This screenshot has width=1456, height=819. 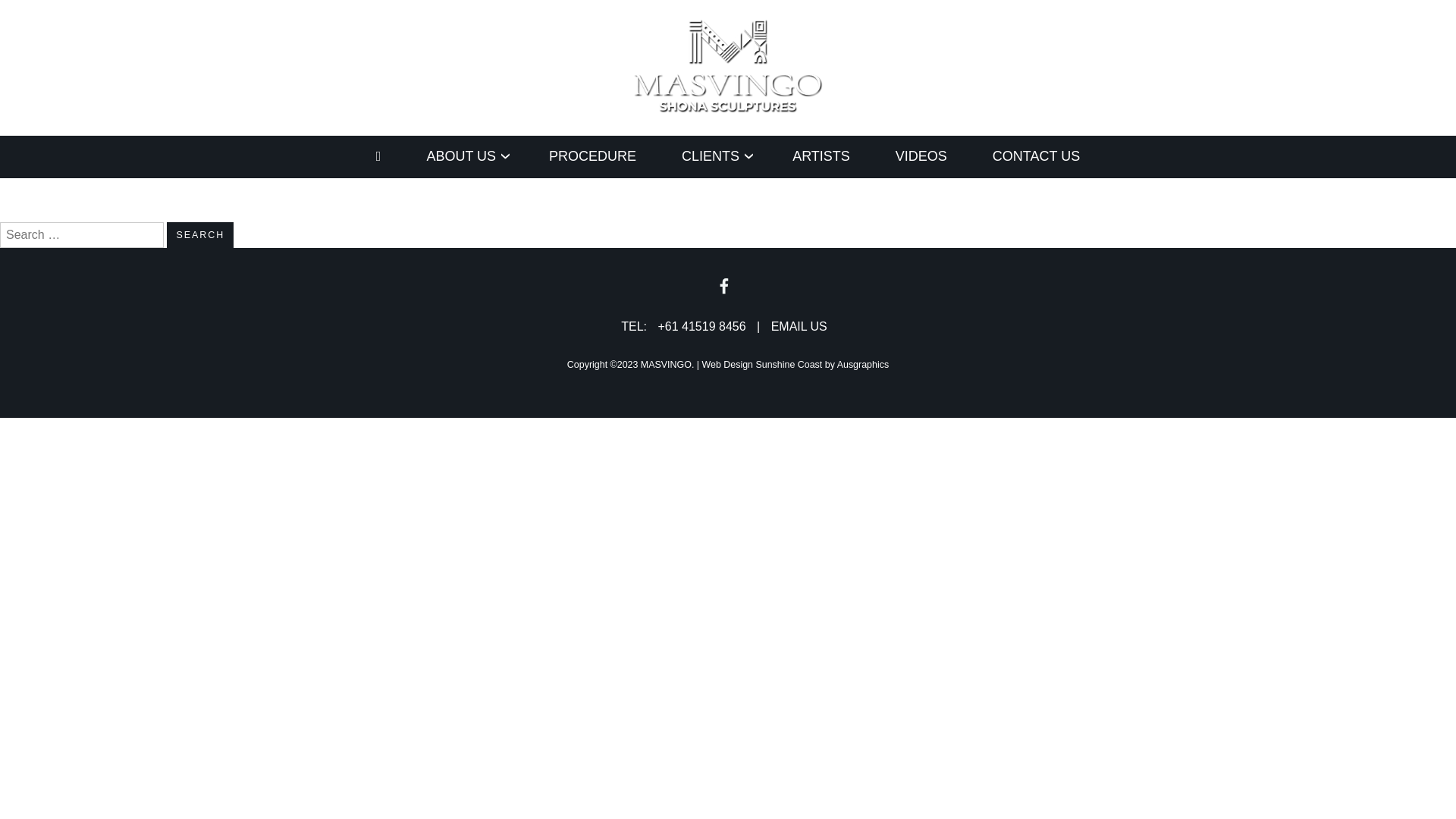 What do you see at coordinates (442, 195) in the screenshot?
I see `'CHARITY'` at bounding box center [442, 195].